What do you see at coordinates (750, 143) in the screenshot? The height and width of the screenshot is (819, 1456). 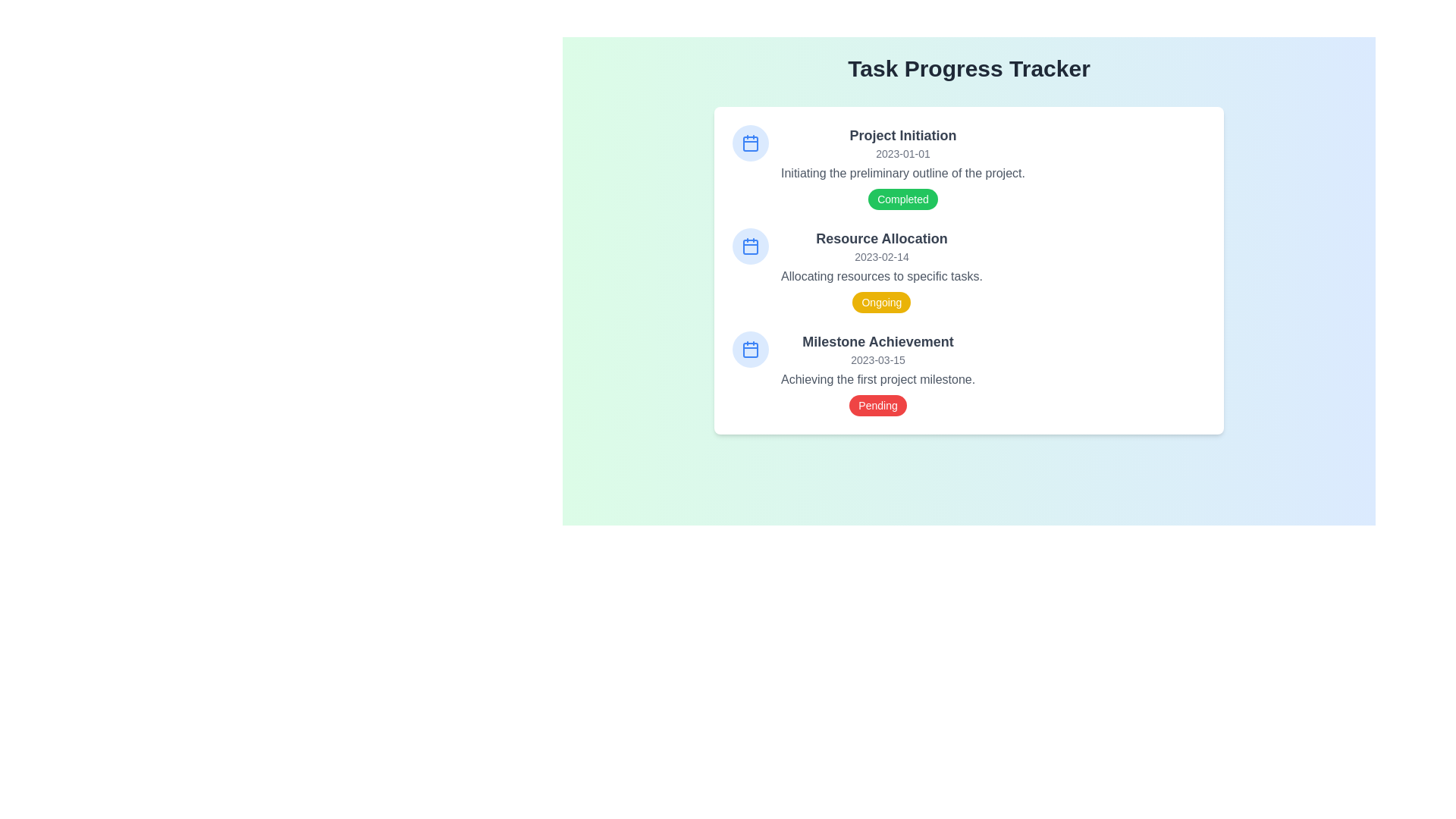 I see `the circular icon with a pale blue background and calendar symbol, located to the left of the task entry titled 'Project Initiation'` at bounding box center [750, 143].